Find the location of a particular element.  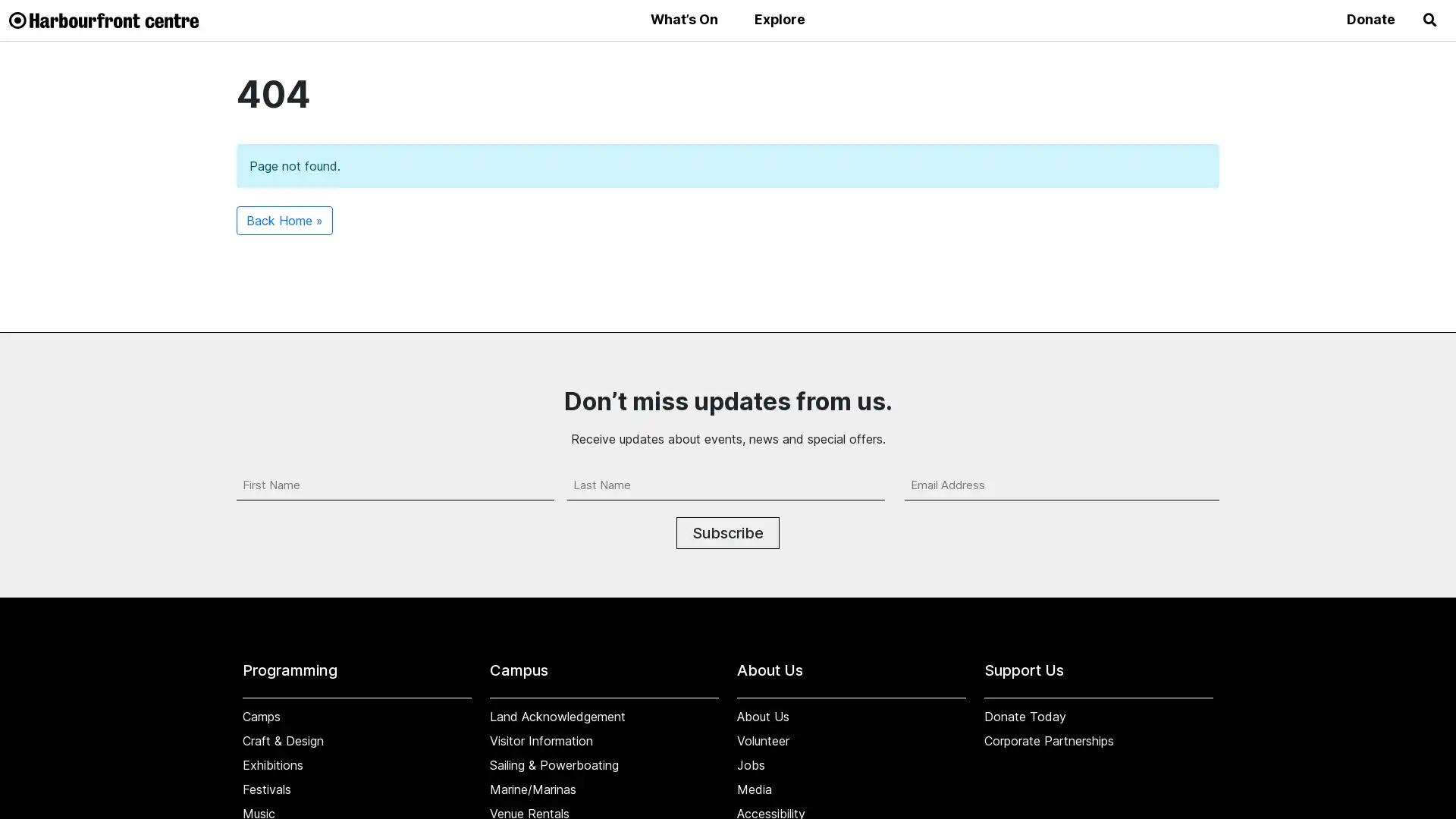

Open Search is located at coordinates (1429, 20).